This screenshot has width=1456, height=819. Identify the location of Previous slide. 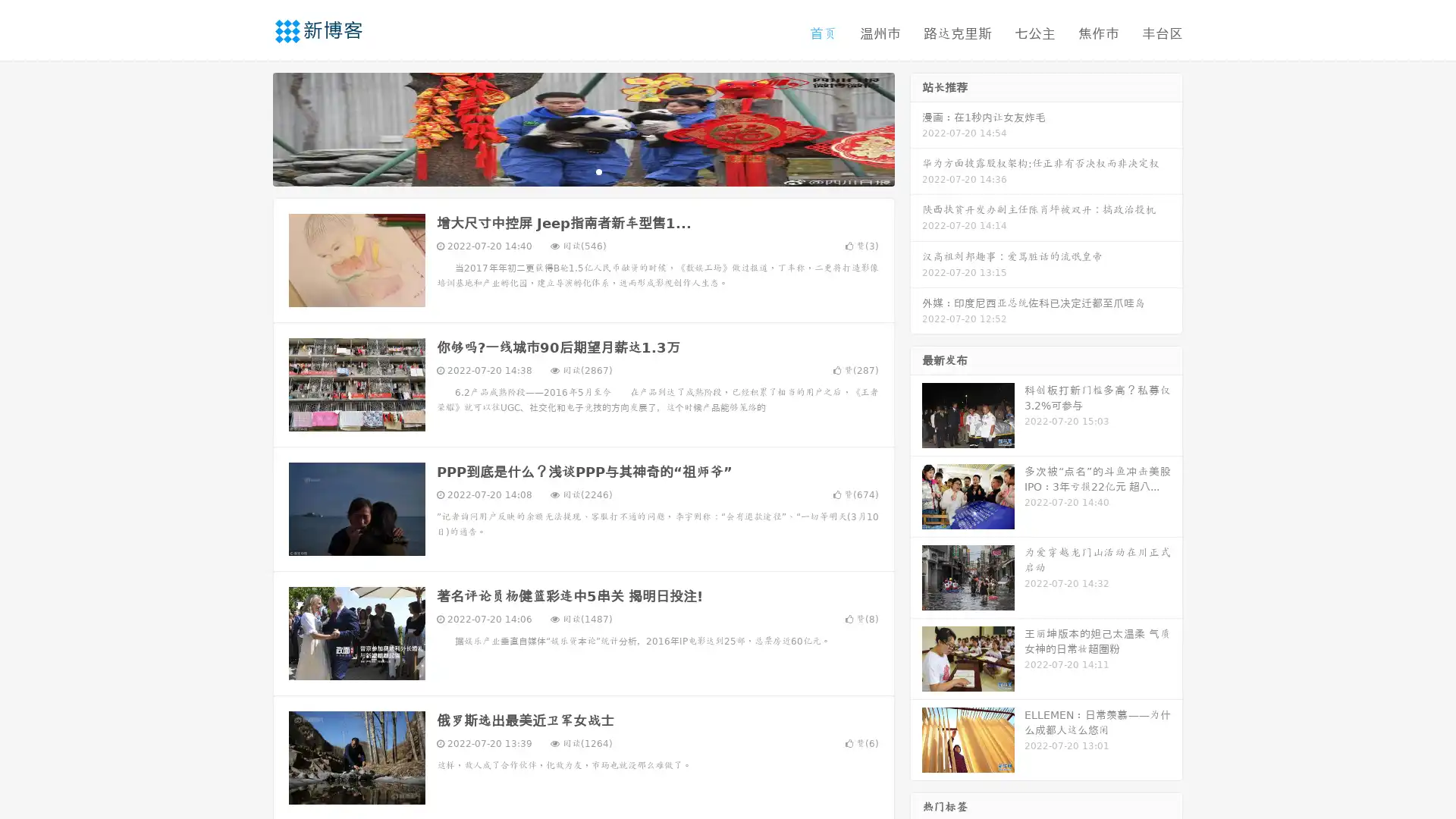
(250, 127).